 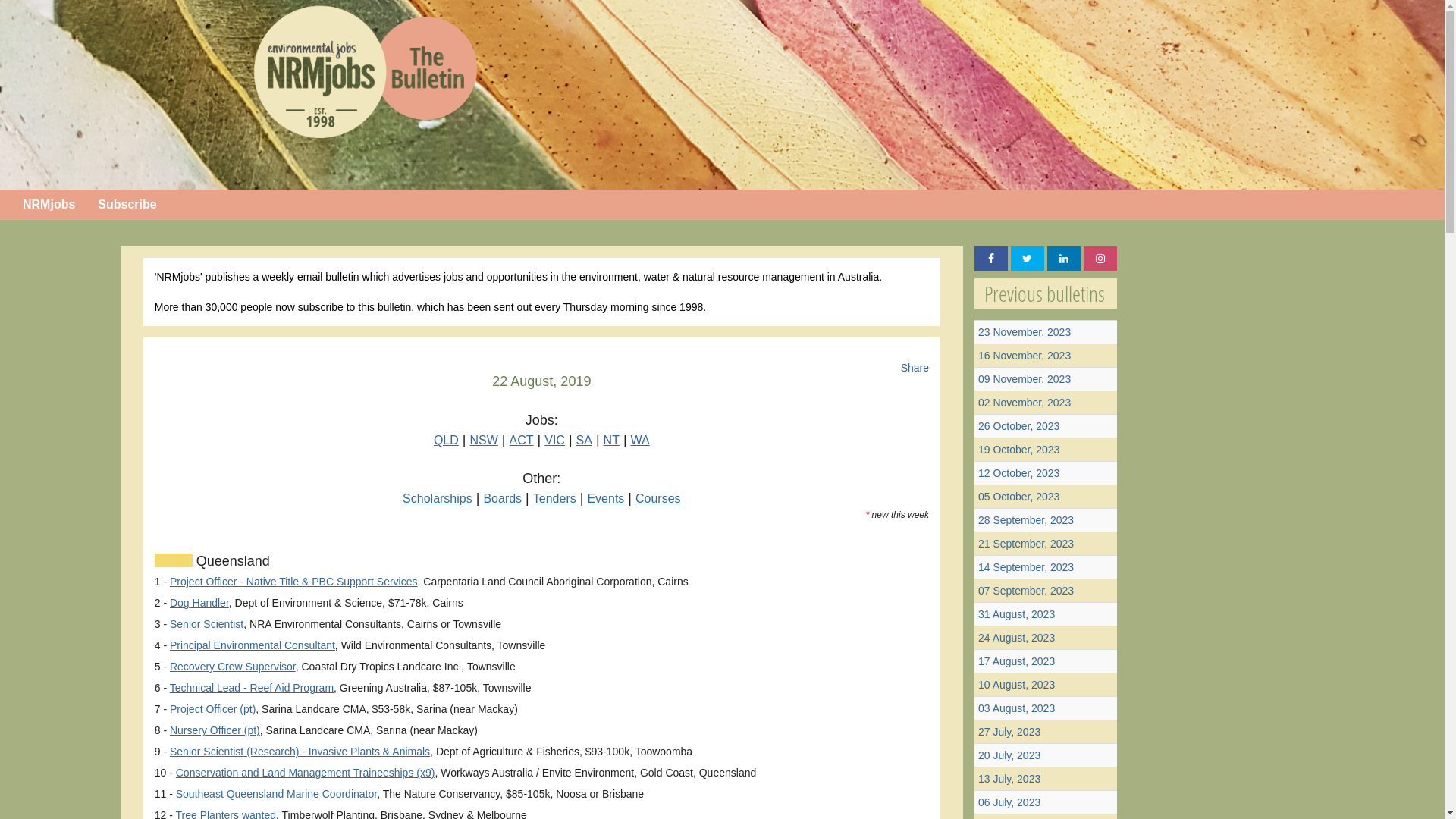 What do you see at coordinates (127, 205) in the screenshot?
I see `'Subscribe'` at bounding box center [127, 205].